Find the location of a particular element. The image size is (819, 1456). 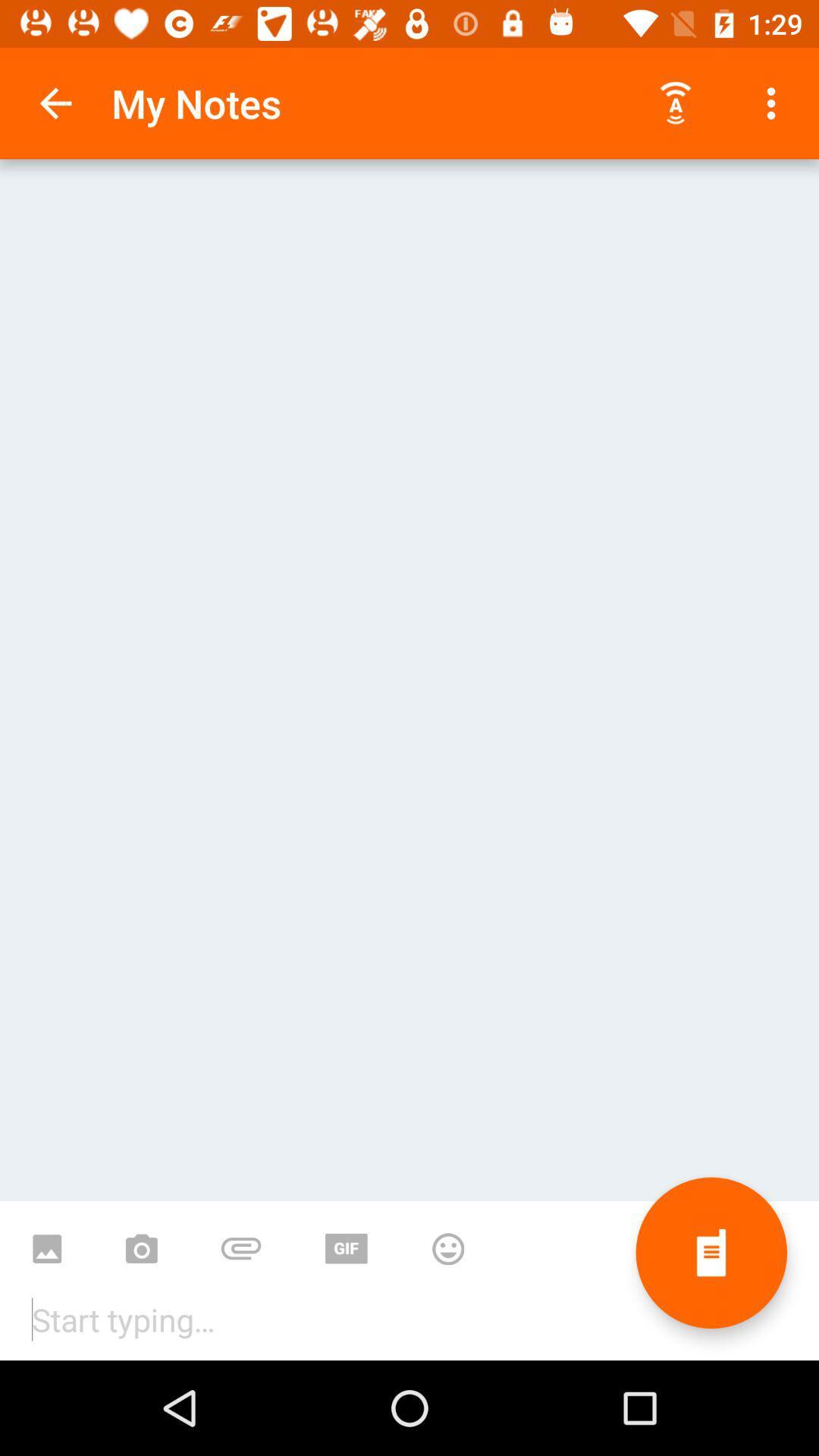

the wallpaper icon is located at coordinates (347, 1238).